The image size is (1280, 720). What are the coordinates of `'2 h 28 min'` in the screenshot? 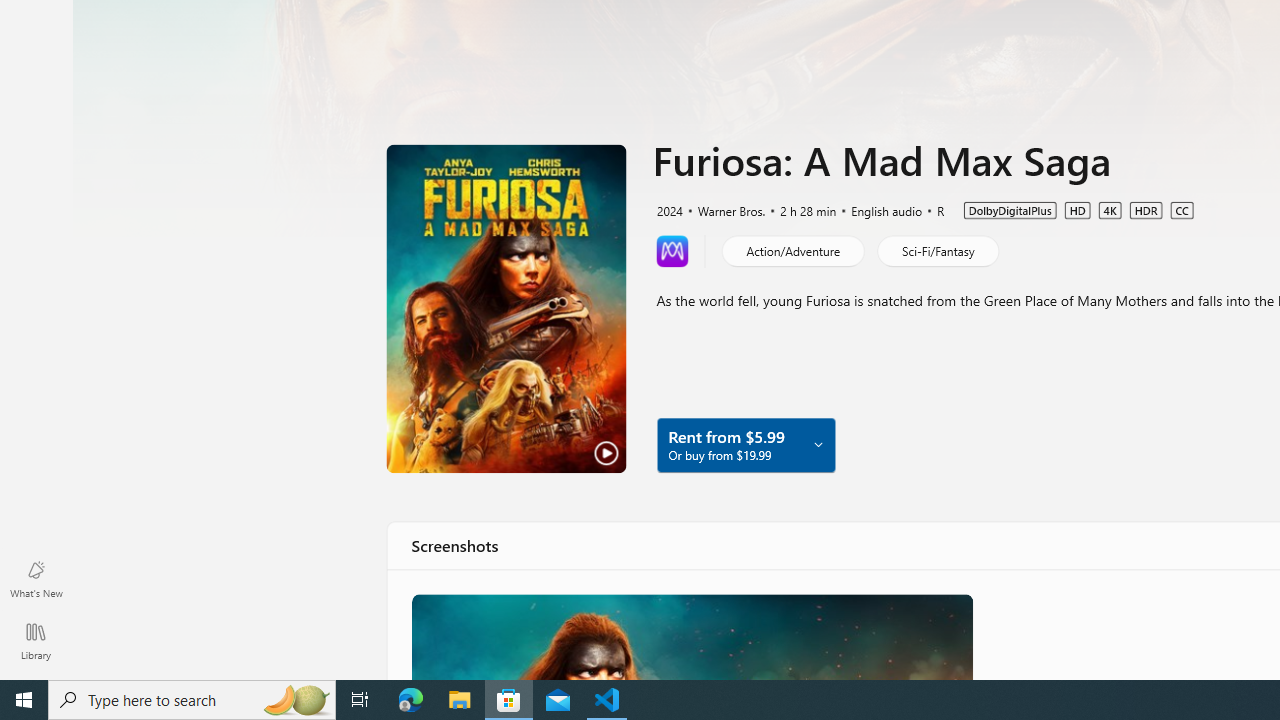 It's located at (798, 209).